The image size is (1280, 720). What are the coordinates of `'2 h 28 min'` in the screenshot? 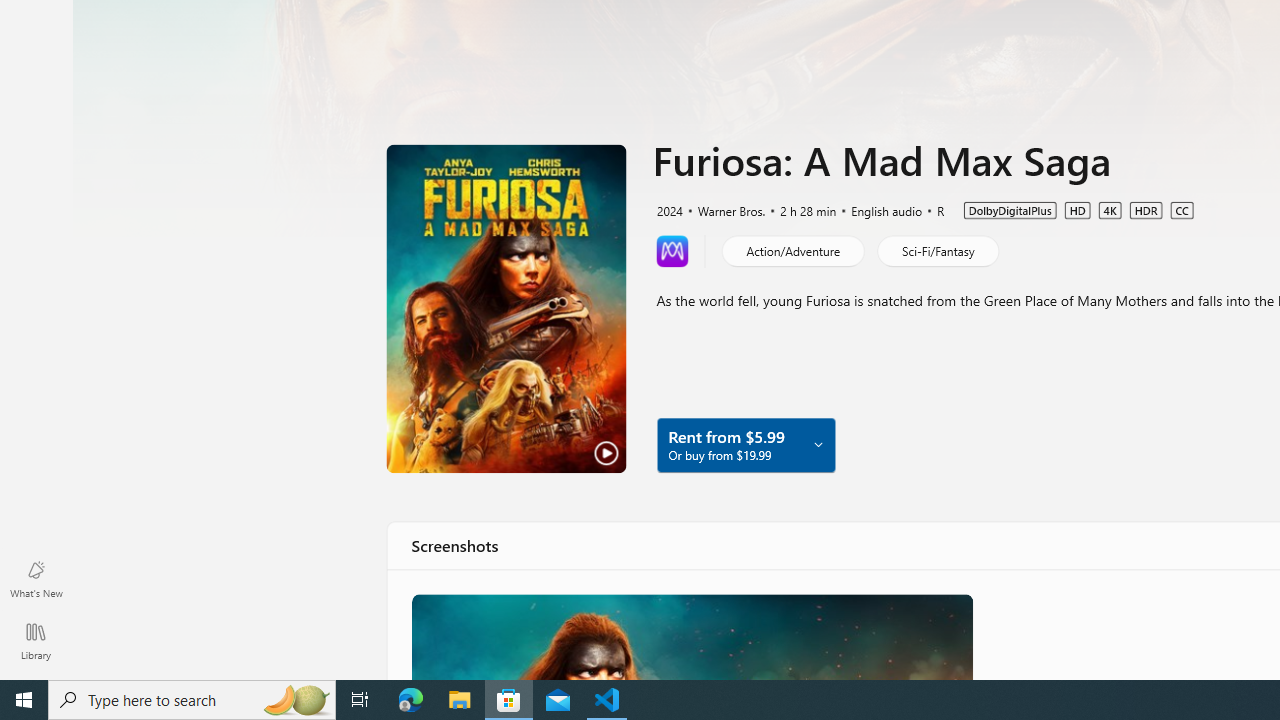 It's located at (798, 209).